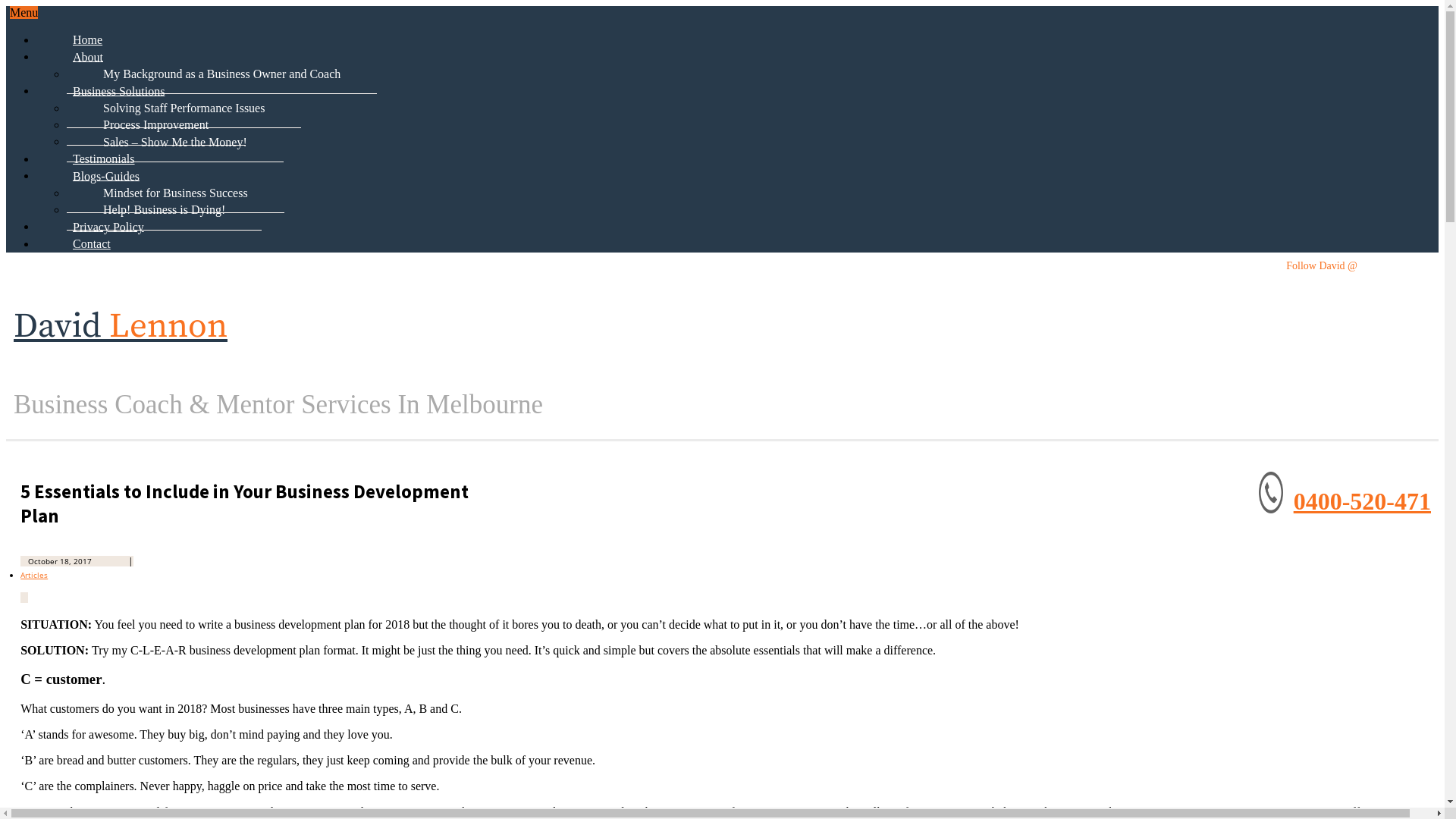  Describe the element at coordinates (86, 38) in the screenshot. I see `'Home'` at that location.